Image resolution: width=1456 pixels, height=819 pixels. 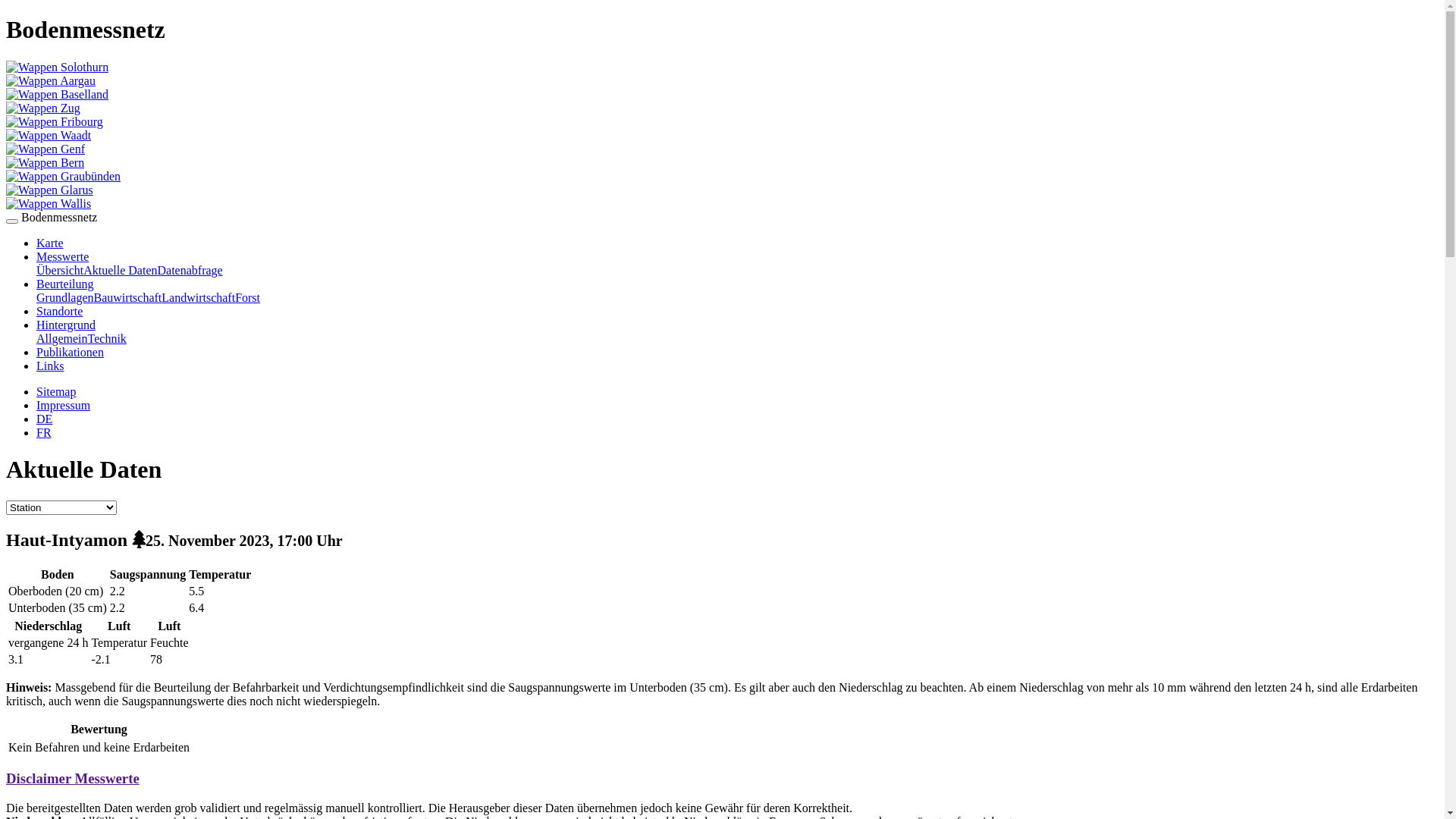 What do you see at coordinates (36, 337) in the screenshot?
I see `'Allgemein'` at bounding box center [36, 337].